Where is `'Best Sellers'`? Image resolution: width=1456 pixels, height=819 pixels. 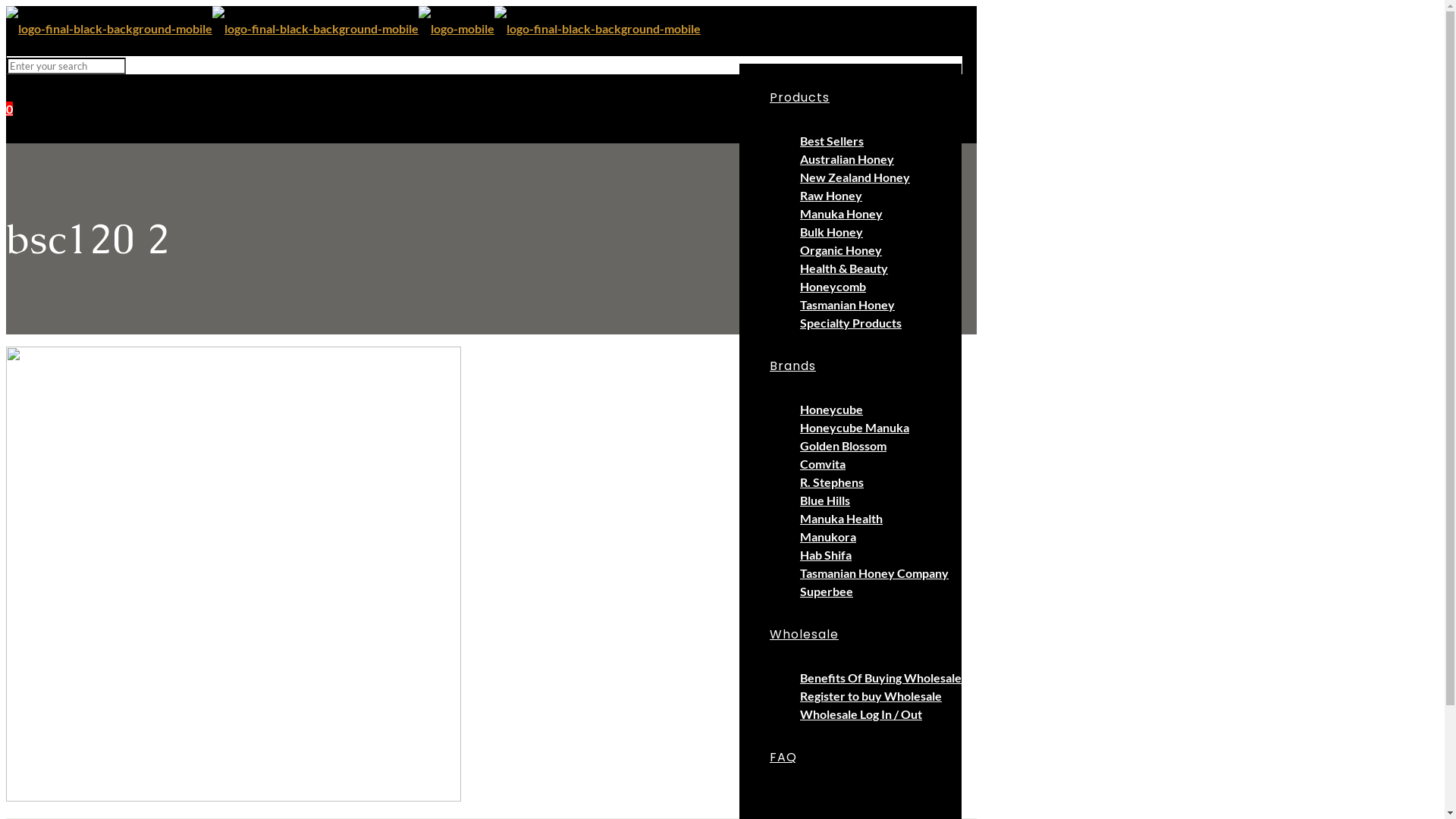
'Best Sellers' is located at coordinates (831, 140).